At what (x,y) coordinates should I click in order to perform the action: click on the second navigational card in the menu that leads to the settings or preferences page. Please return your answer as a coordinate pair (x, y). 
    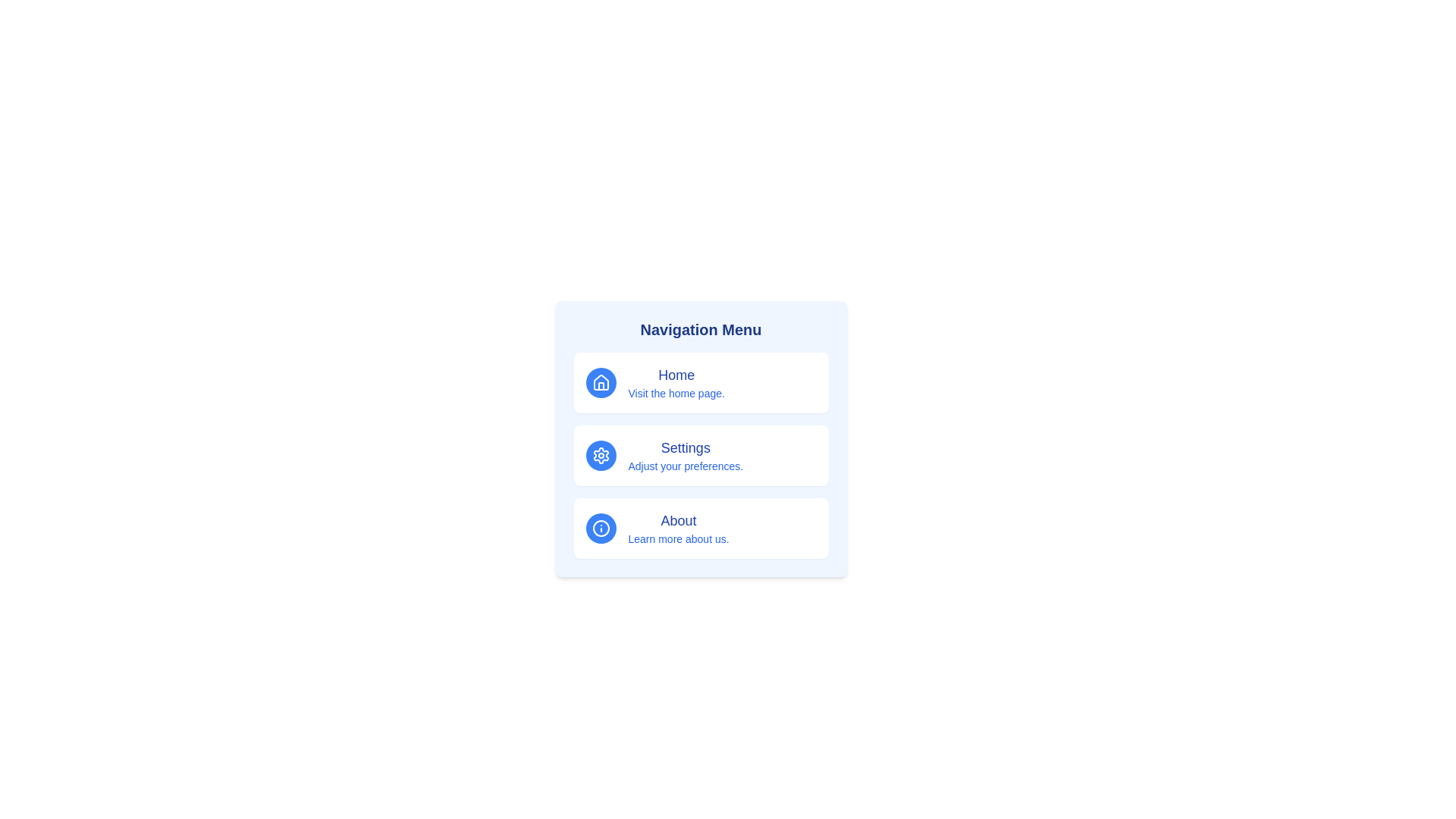
    Looking at the image, I should click on (700, 438).